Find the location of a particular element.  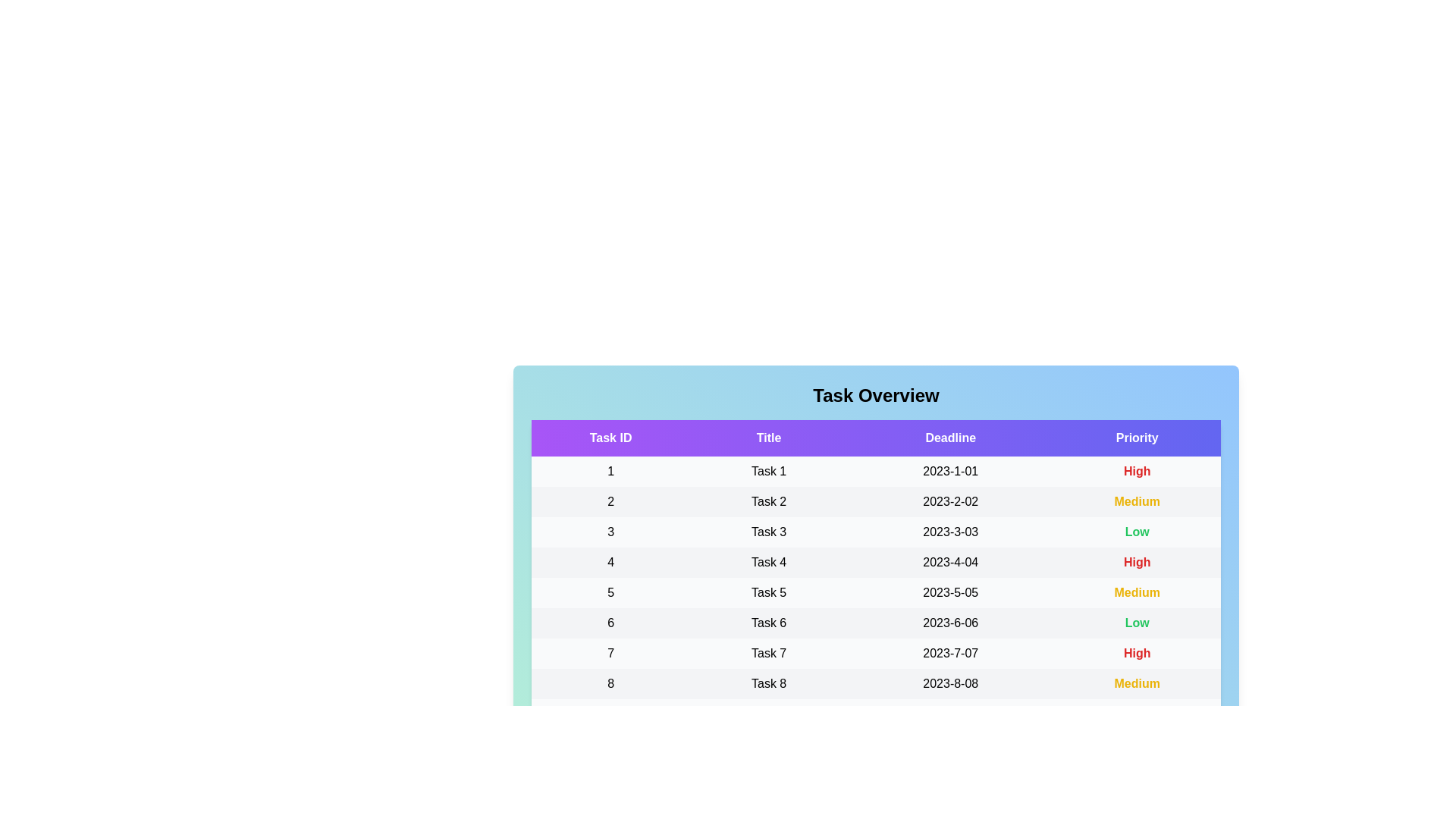

the column header Deadline to sort the tasks by that column is located at coordinates (949, 438).